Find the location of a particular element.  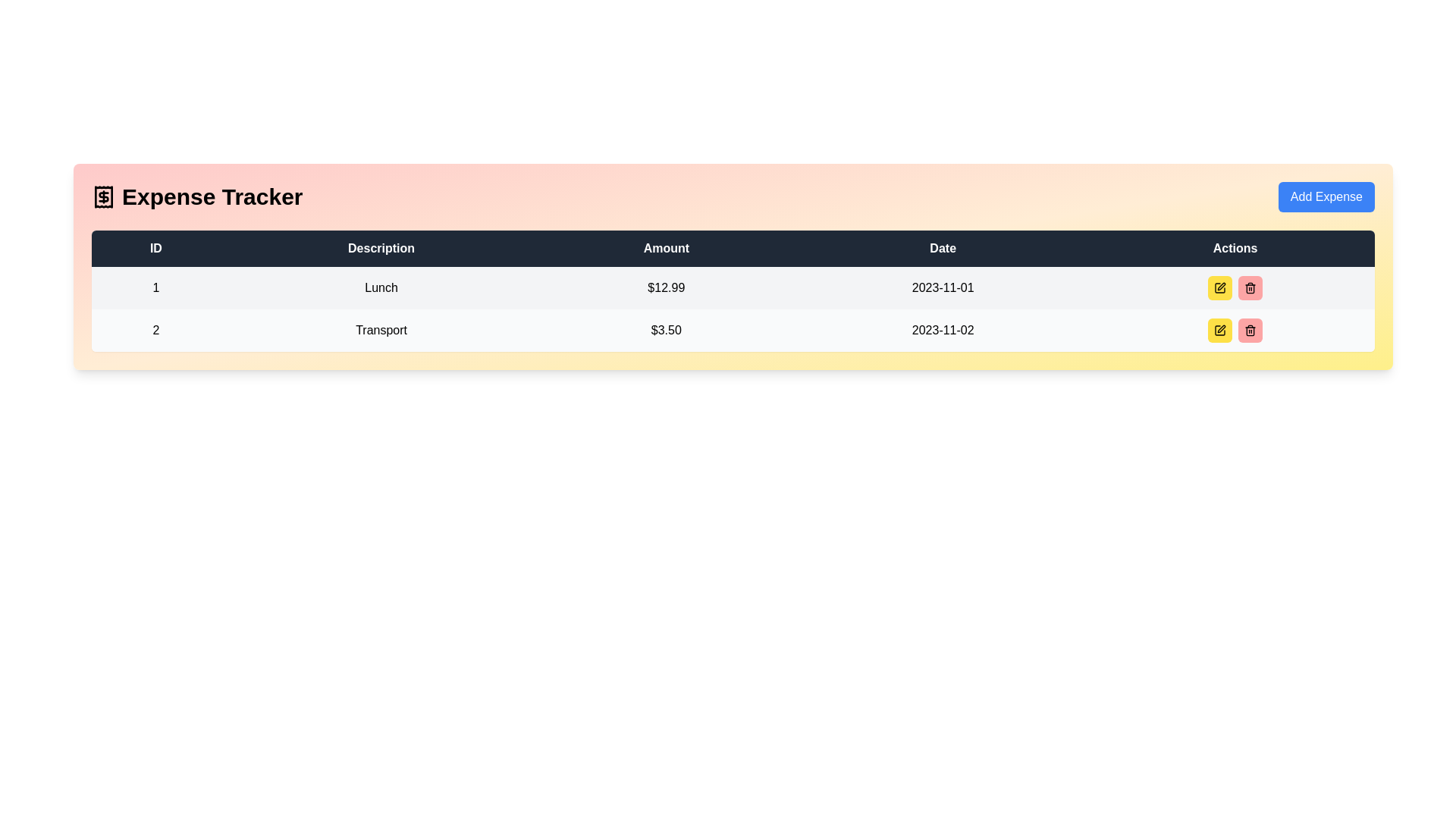

the Text Label displaying the date in the fourth column of the first data row, which indicates the associated entry's timestamp or event date is located at coordinates (942, 288).